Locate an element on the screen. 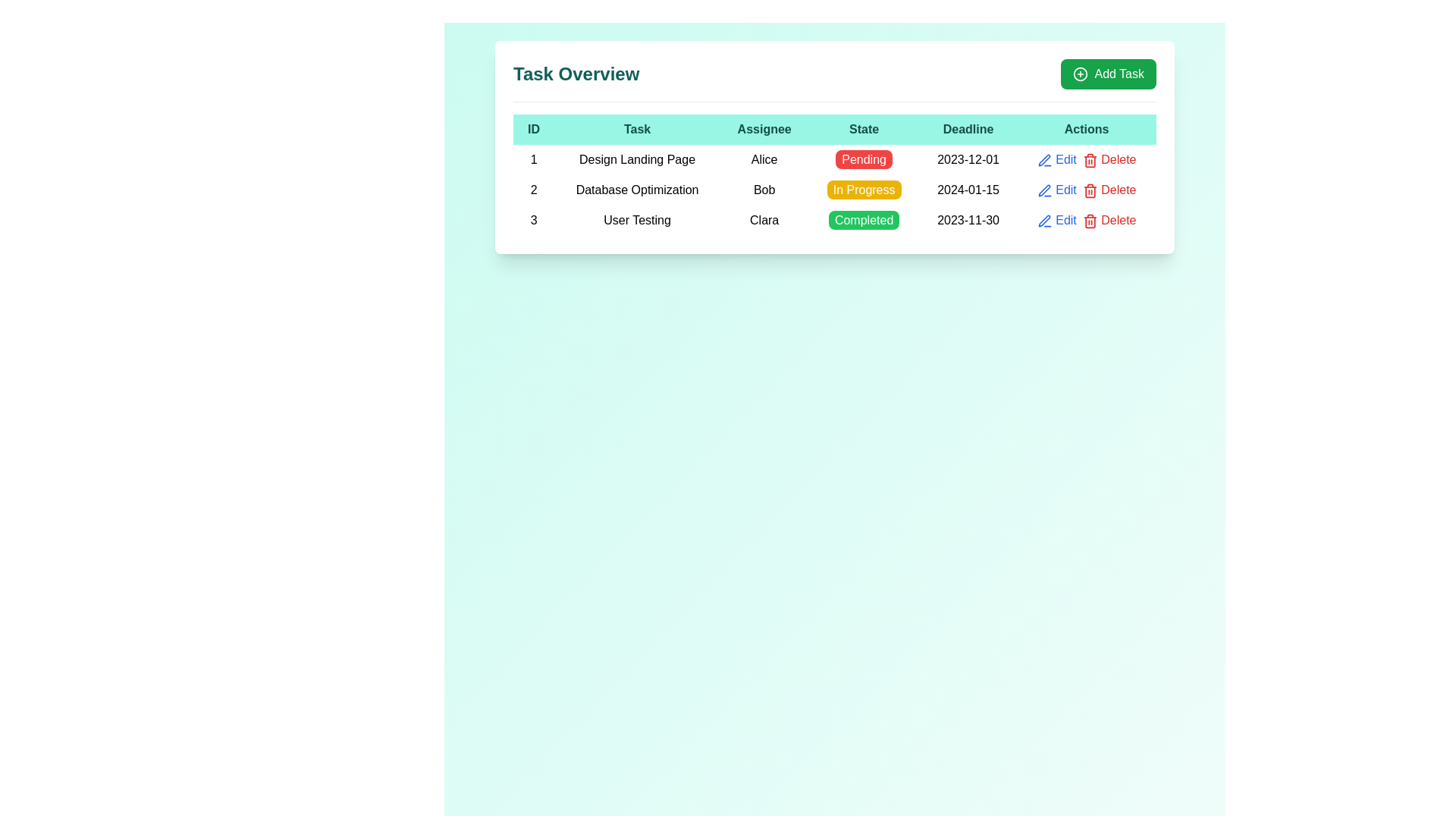  the identifier text in the third row of the table under the 'ID' column, which allows users to reference or recognize the data in the row is located at coordinates (534, 220).